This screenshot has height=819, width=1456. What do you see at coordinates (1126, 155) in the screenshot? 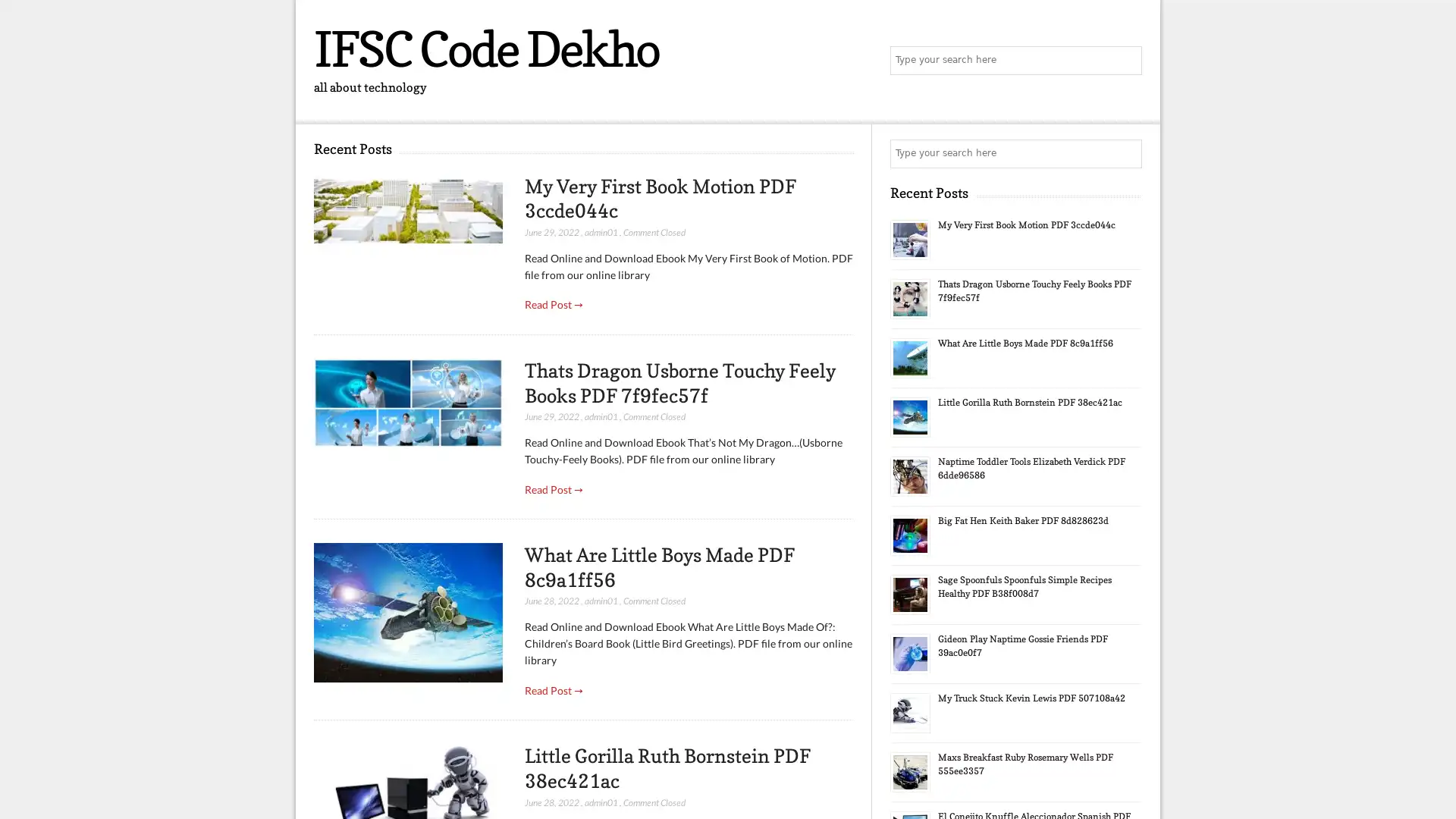
I see `Search` at bounding box center [1126, 155].